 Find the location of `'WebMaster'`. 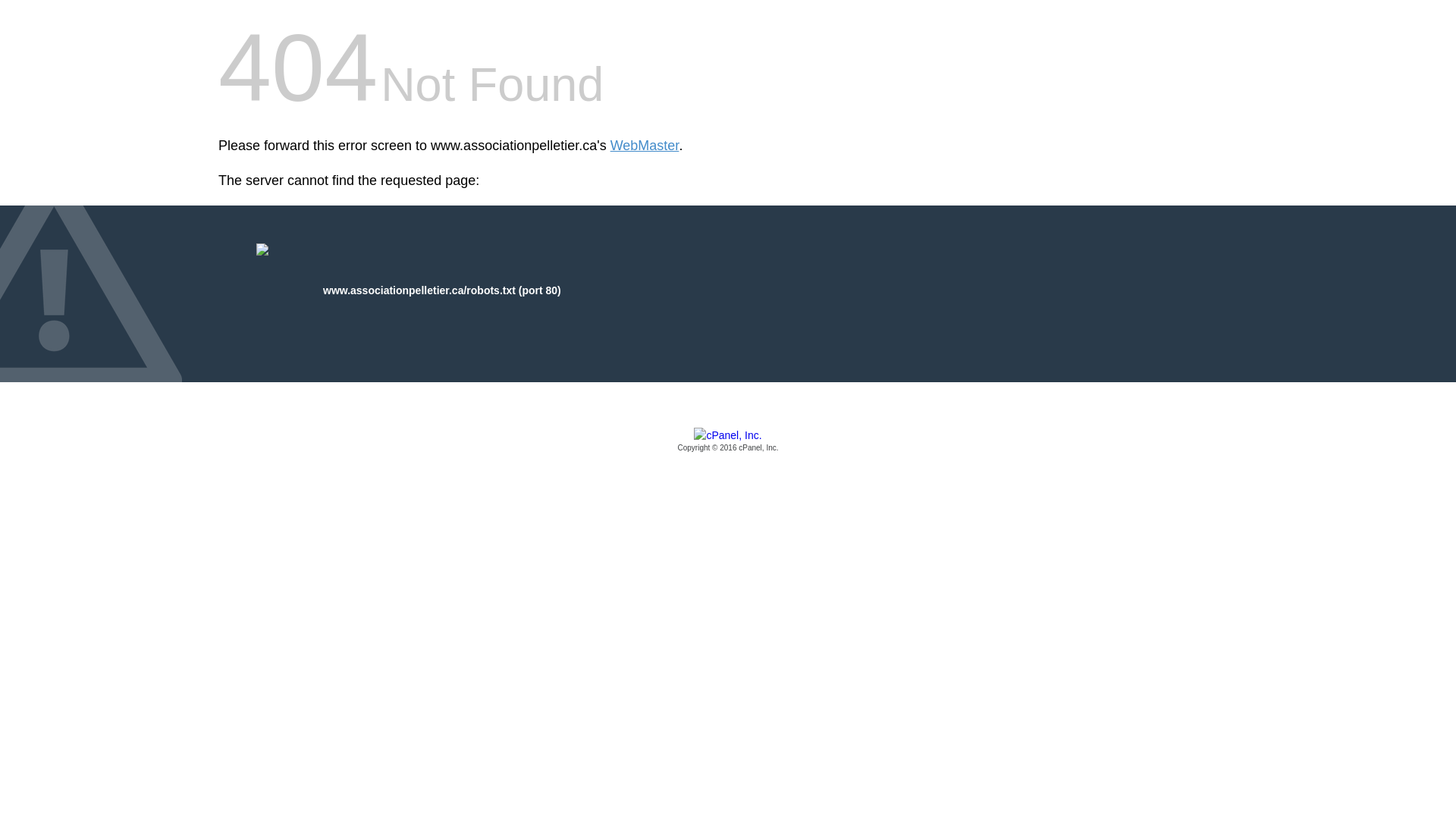

'WebMaster' is located at coordinates (645, 146).